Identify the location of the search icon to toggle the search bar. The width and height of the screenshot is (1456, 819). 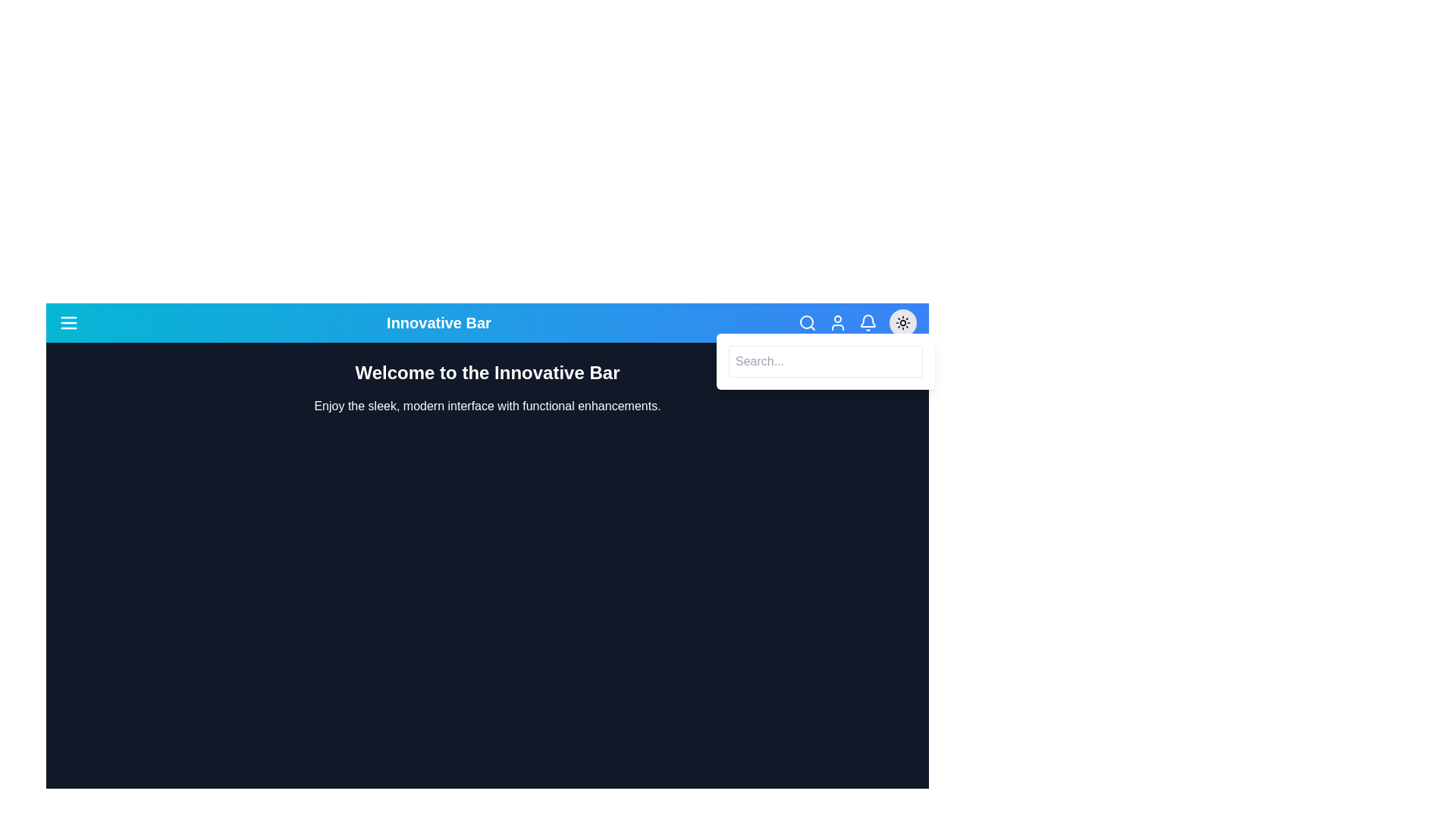
(807, 322).